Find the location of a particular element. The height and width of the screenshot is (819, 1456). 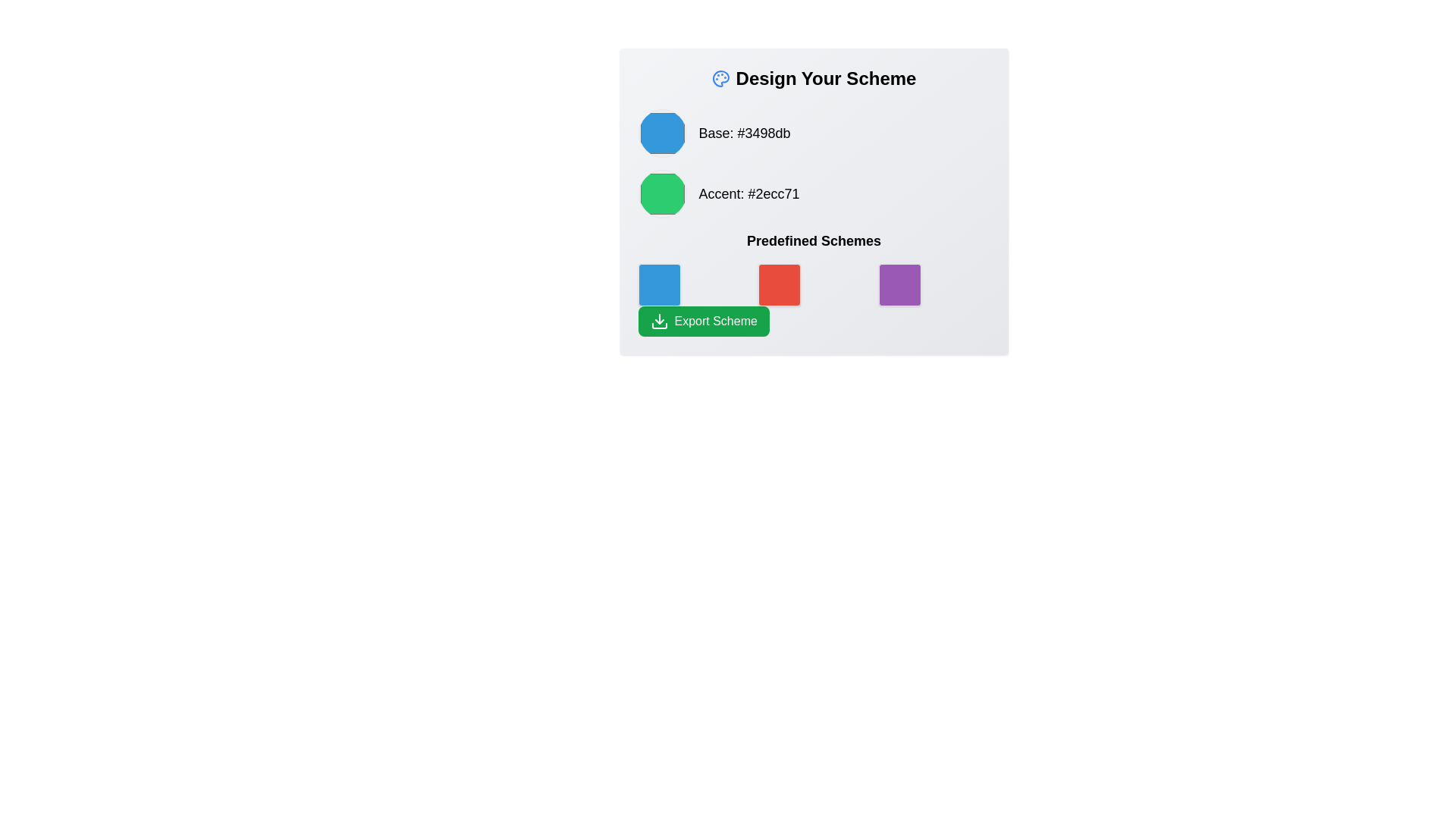

the green 'Export Scheme' button with a downward arrow icon to initiate the export action is located at coordinates (702, 321).